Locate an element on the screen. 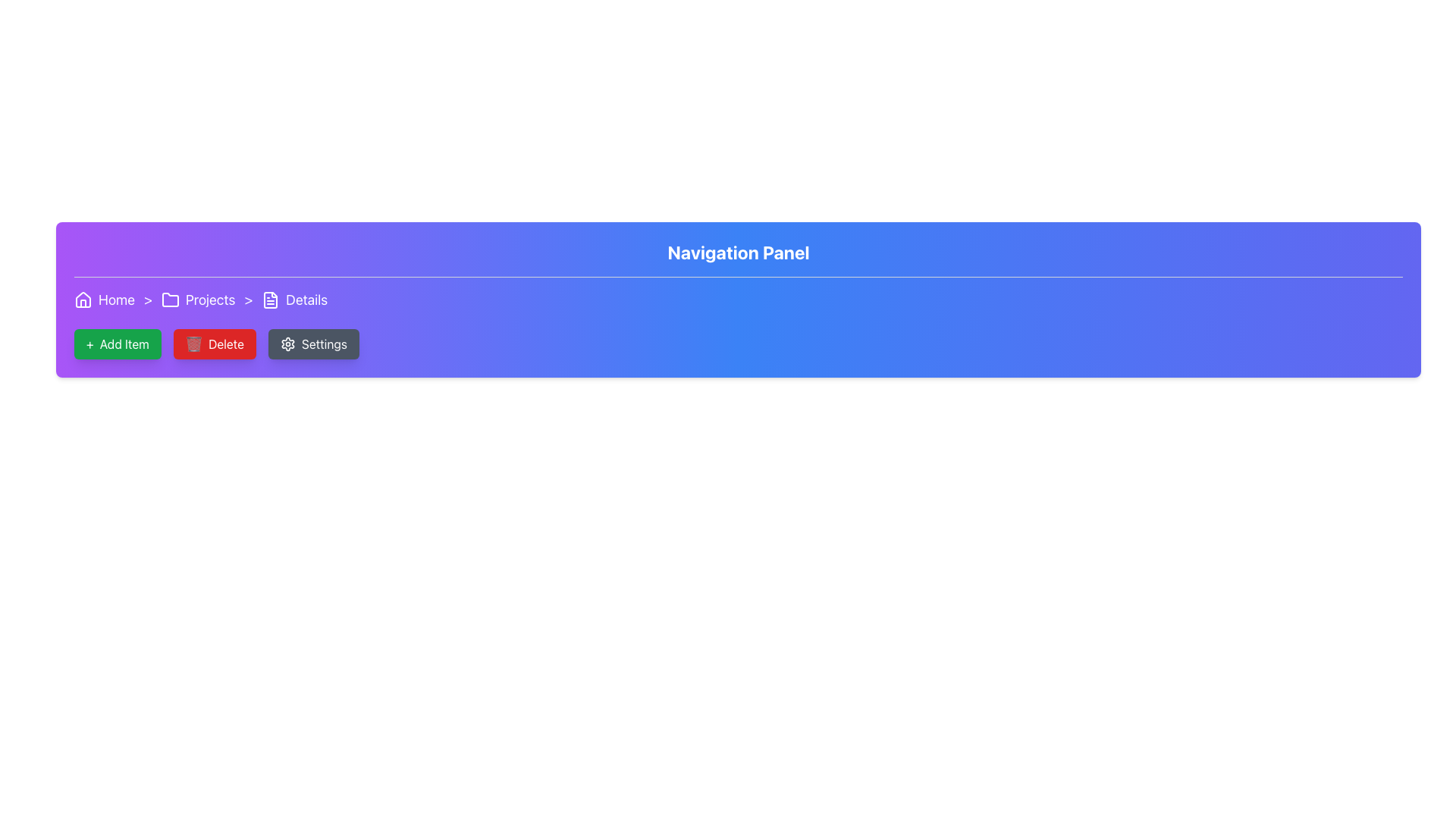 The width and height of the screenshot is (1456, 819). the Breadcrumb Label, which serves as a navigation link indicating the 'Projects' section in the breadcrumb trail is located at coordinates (197, 300).